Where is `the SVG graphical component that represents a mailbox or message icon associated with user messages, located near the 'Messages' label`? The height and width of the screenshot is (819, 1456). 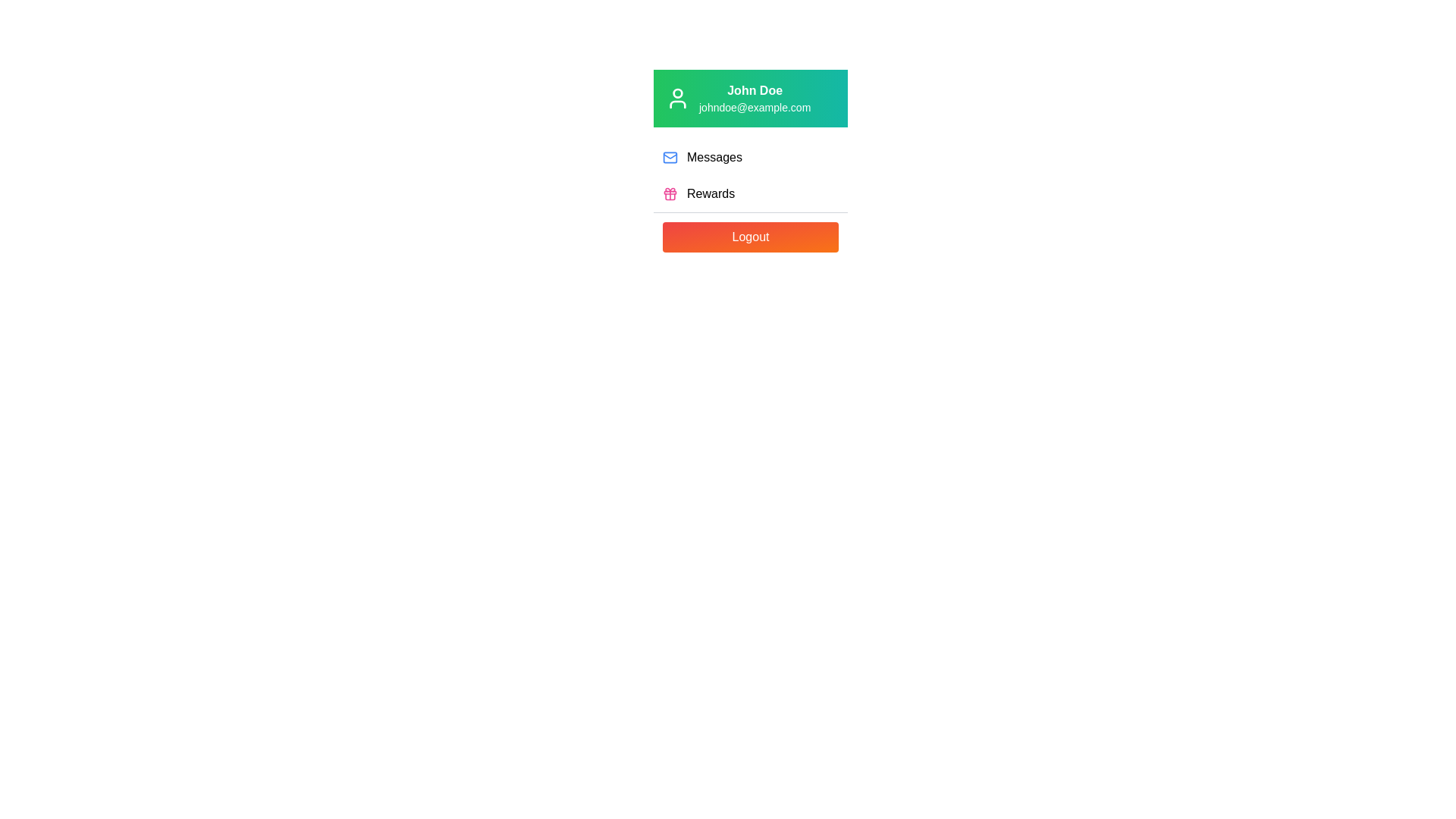
the SVG graphical component that represents a mailbox or message icon associated with user messages, located near the 'Messages' label is located at coordinates (669, 158).